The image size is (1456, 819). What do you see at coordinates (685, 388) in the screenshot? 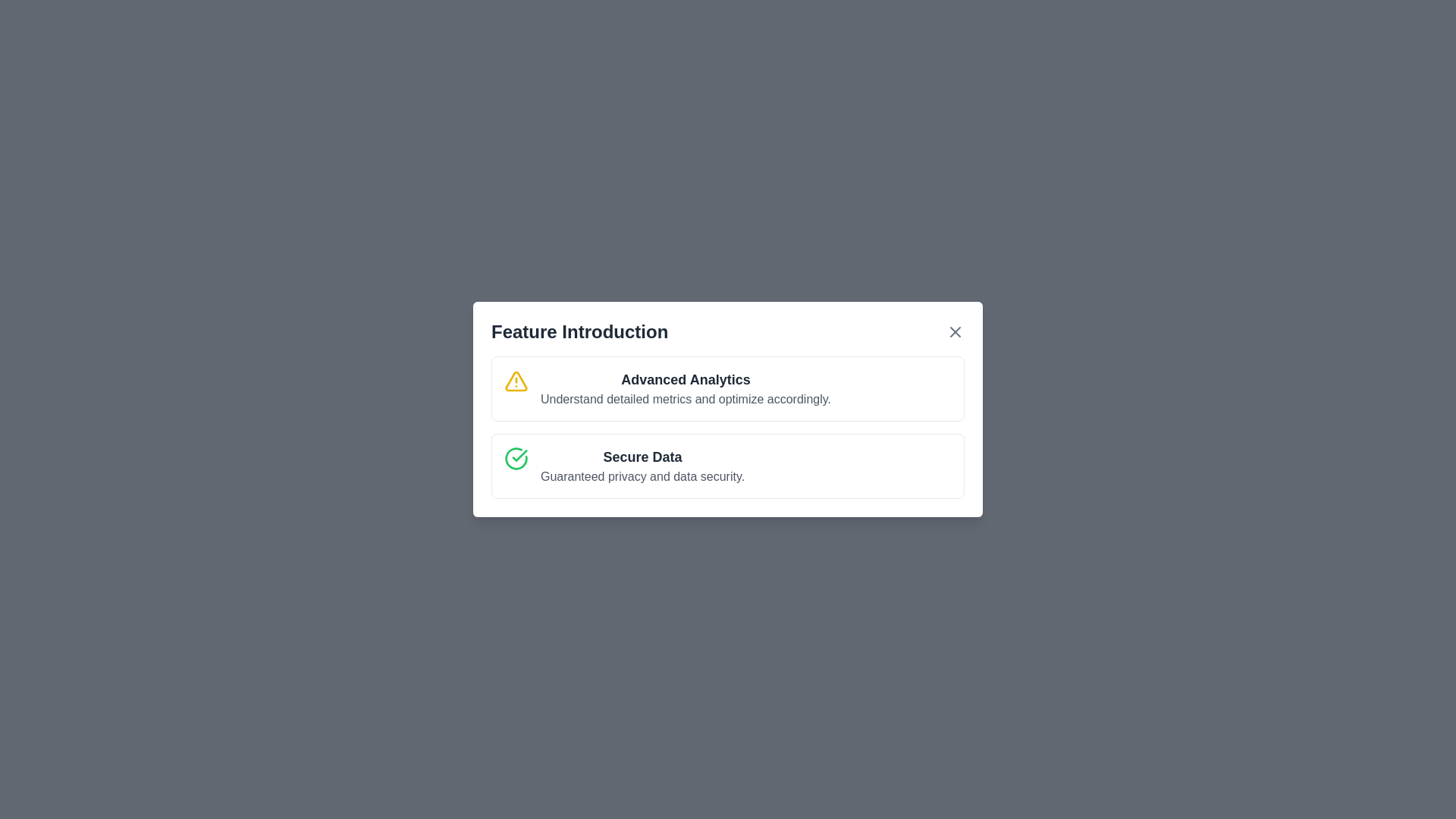
I see `the 'Advanced Analytics' text block, which includes a bold title and a subtitle in a rectangular section within the 'Feature Introduction' dialog box` at bounding box center [685, 388].